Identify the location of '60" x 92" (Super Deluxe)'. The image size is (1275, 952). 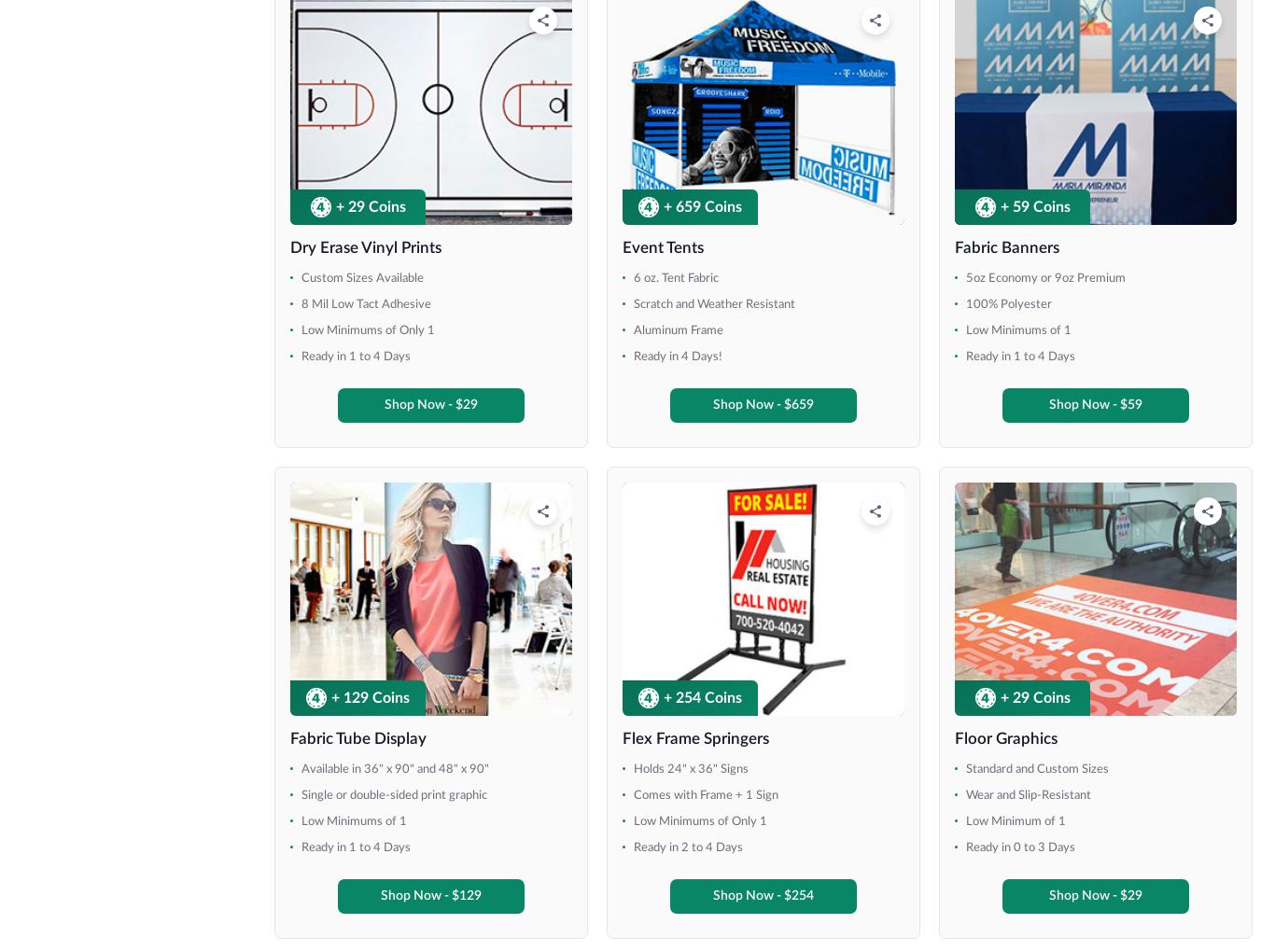
(120, 729).